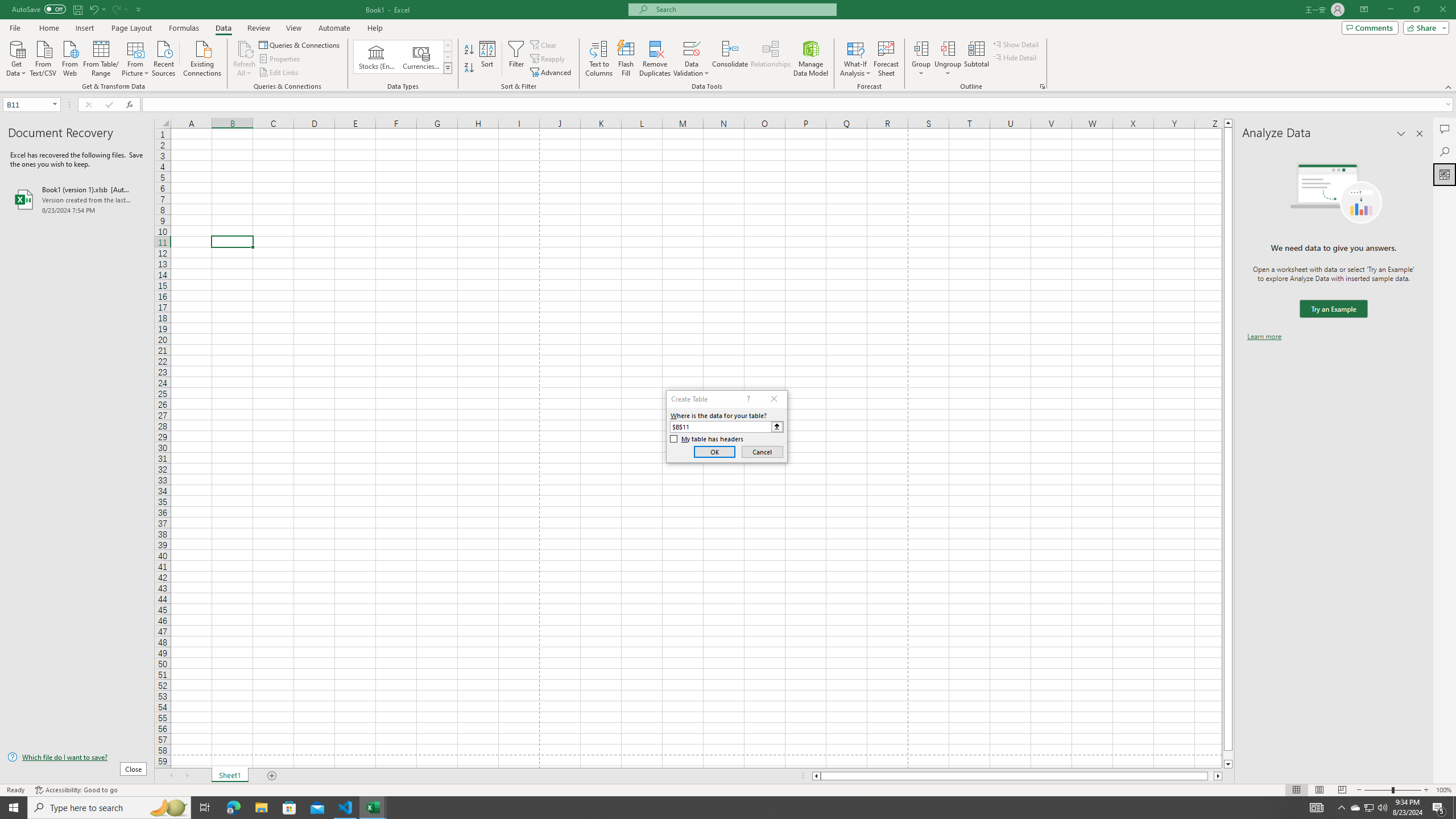 This screenshot has width=1456, height=819. Describe the element at coordinates (1401, 133) in the screenshot. I see `'Task Pane Options'` at that location.